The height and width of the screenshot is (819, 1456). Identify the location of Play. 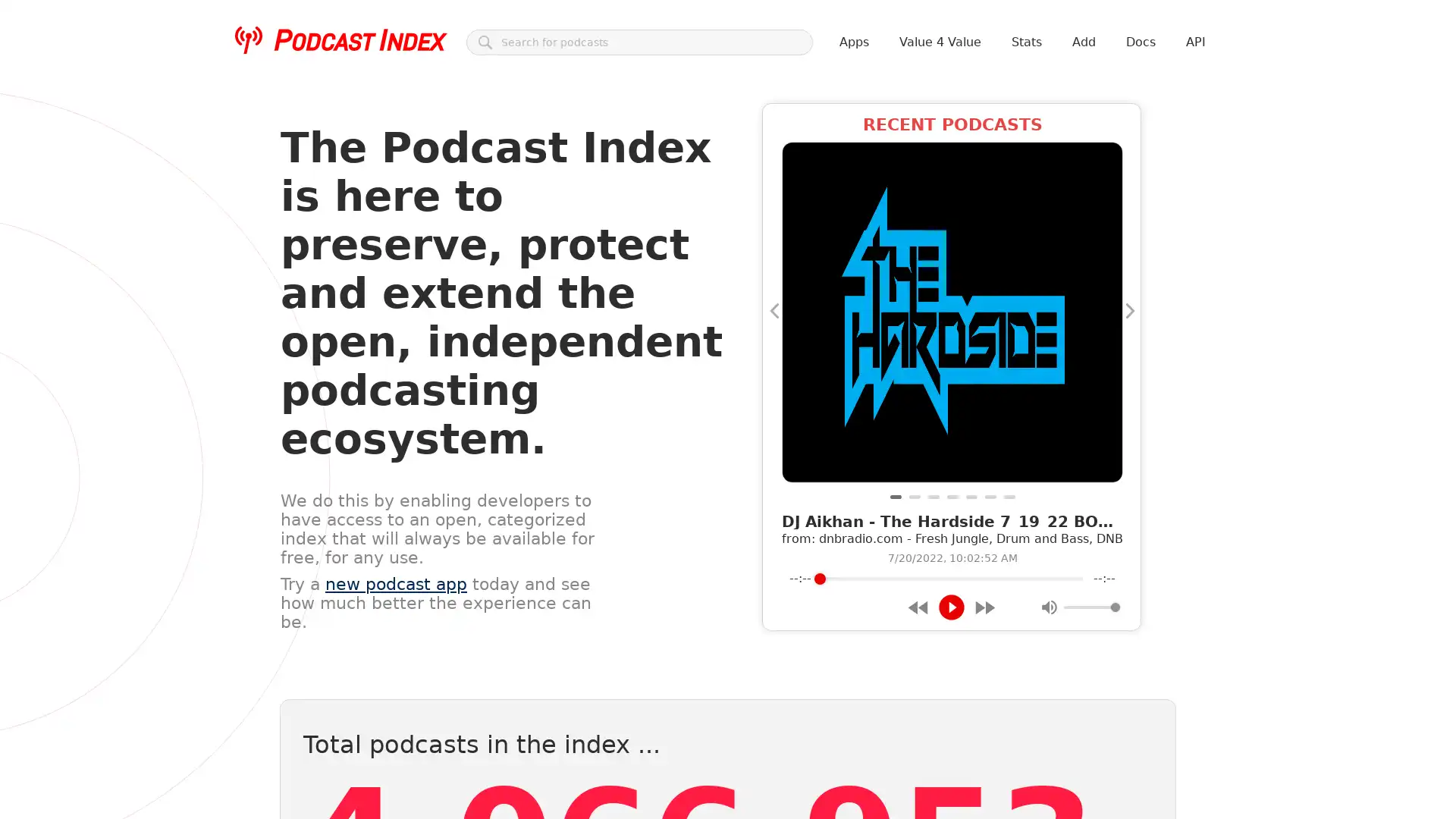
(950, 607).